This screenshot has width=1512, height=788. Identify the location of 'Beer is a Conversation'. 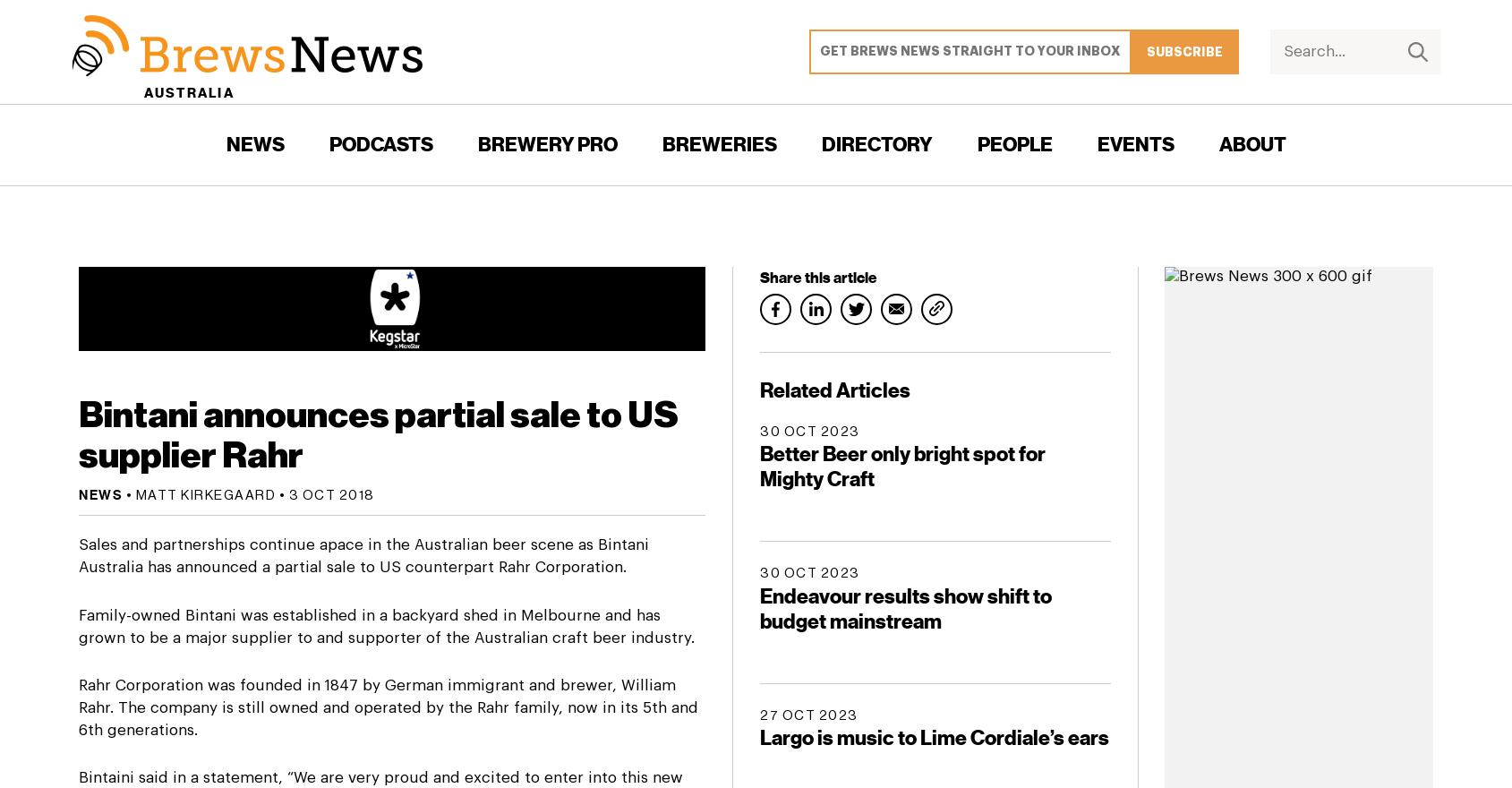
(379, 256).